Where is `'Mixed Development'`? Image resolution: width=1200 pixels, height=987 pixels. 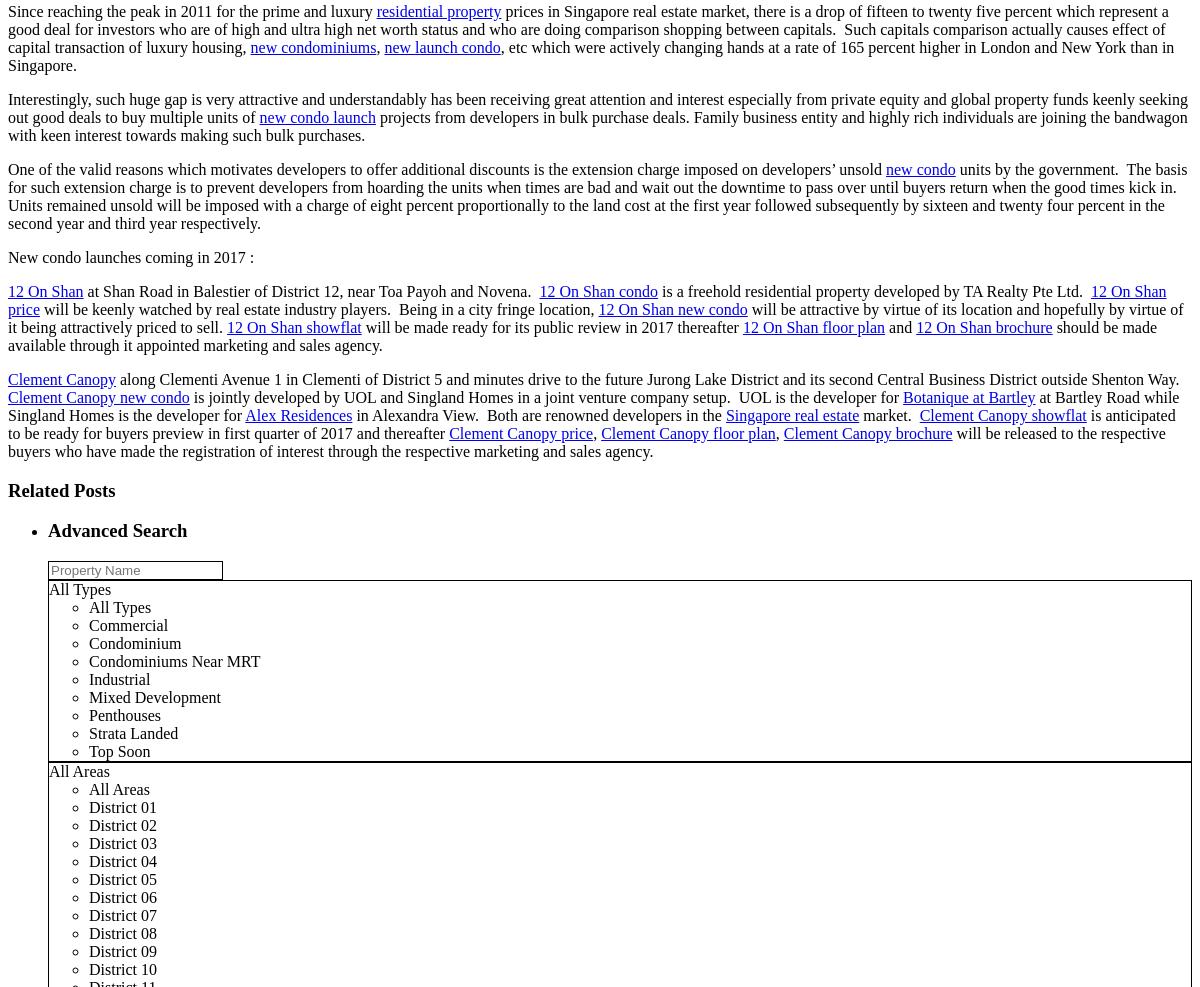
'Mixed Development' is located at coordinates (153, 697).